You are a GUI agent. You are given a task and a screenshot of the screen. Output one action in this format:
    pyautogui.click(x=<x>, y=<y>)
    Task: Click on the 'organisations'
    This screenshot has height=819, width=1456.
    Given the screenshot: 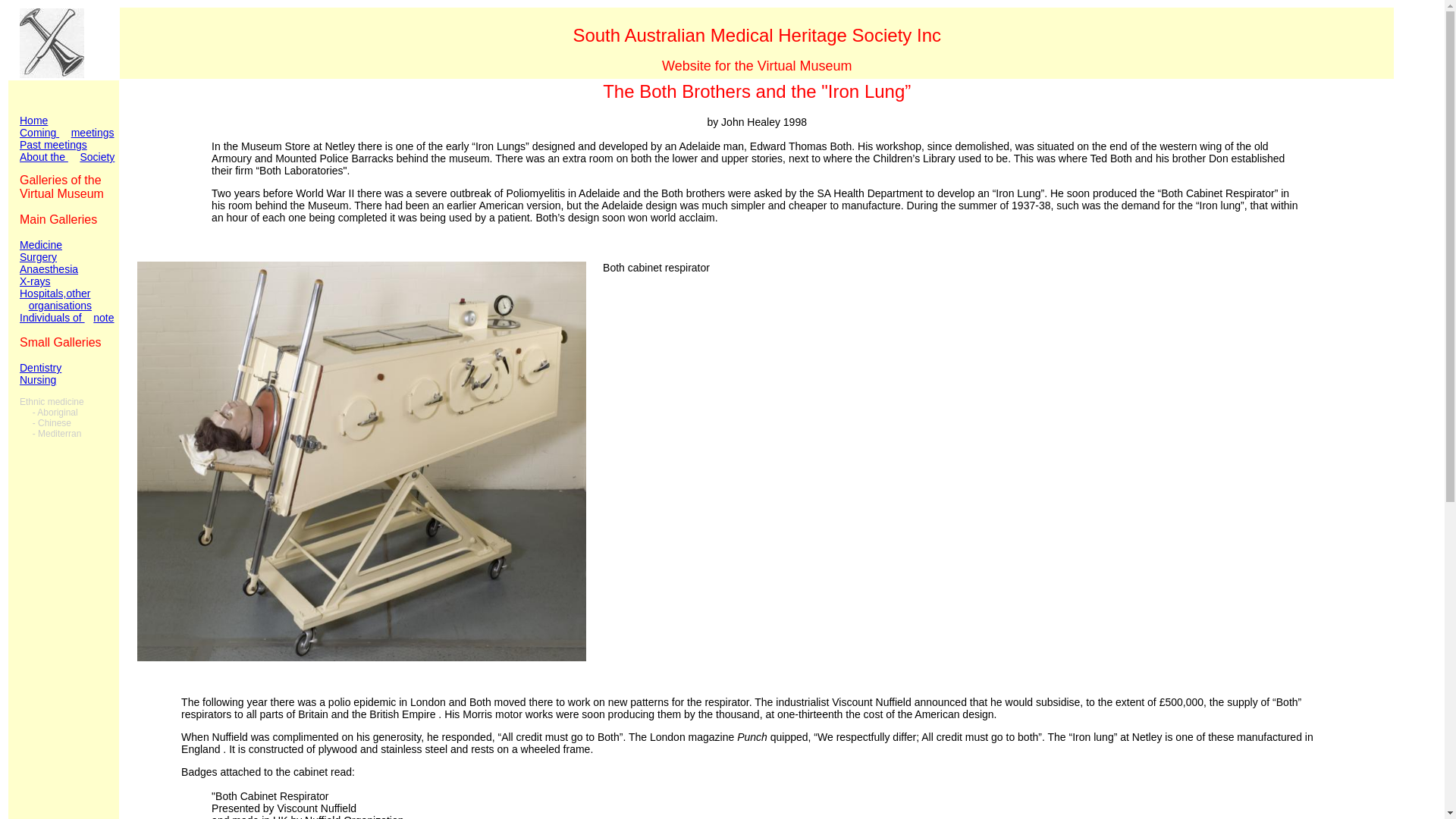 What is the action you would take?
    pyautogui.click(x=60, y=305)
    